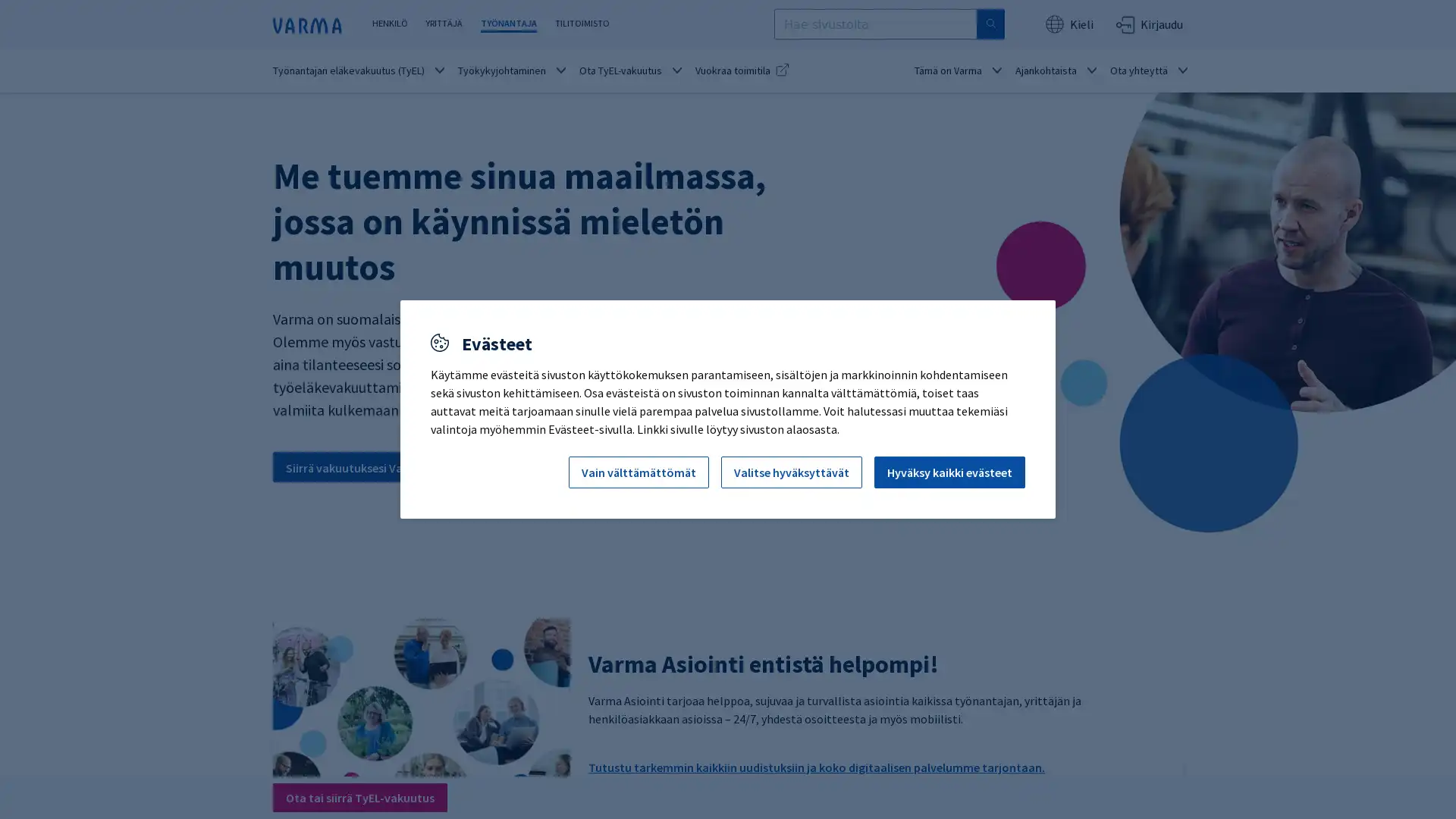 Image resolution: width=1456 pixels, height=819 pixels. What do you see at coordinates (990, 24) in the screenshot?
I see `Hae sivustolta` at bounding box center [990, 24].